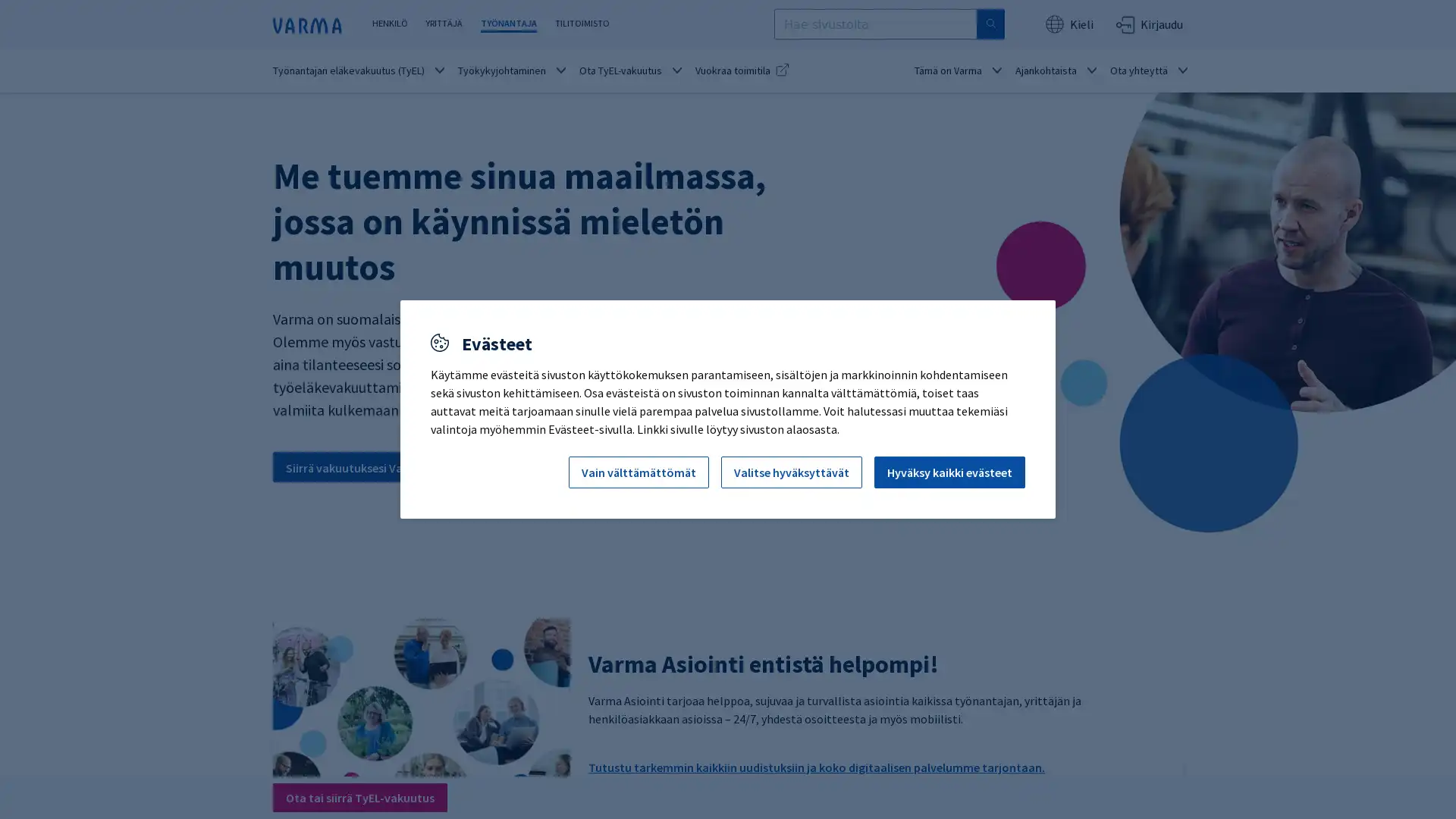 Image resolution: width=1456 pixels, height=819 pixels. What do you see at coordinates (990, 24) in the screenshot?
I see `Hae sivustolta` at bounding box center [990, 24].